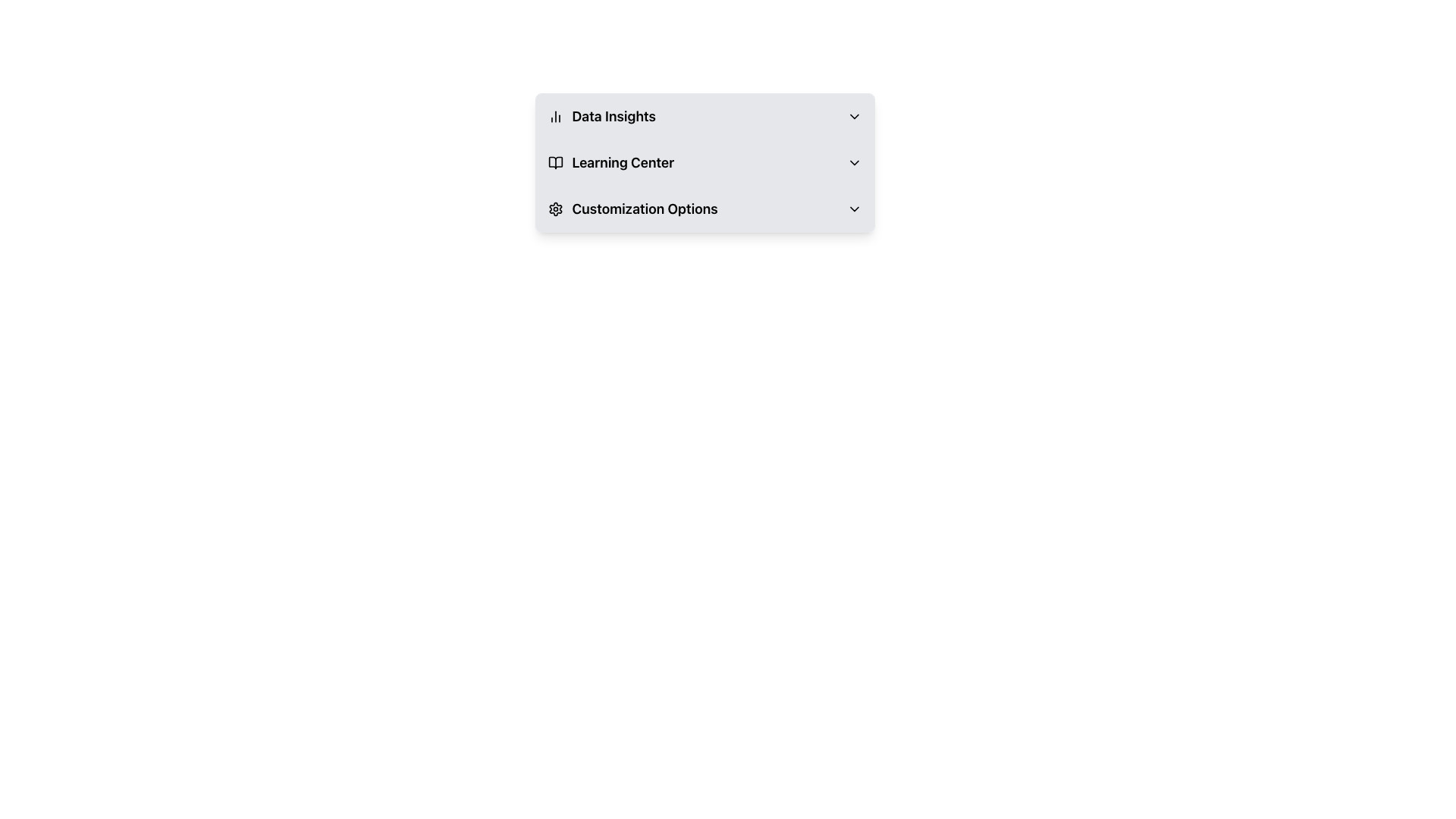  Describe the element at coordinates (601, 116) in the screenshot. I see `the 'Data Insights' button, which features a bar chart icon and bold text` at that location.